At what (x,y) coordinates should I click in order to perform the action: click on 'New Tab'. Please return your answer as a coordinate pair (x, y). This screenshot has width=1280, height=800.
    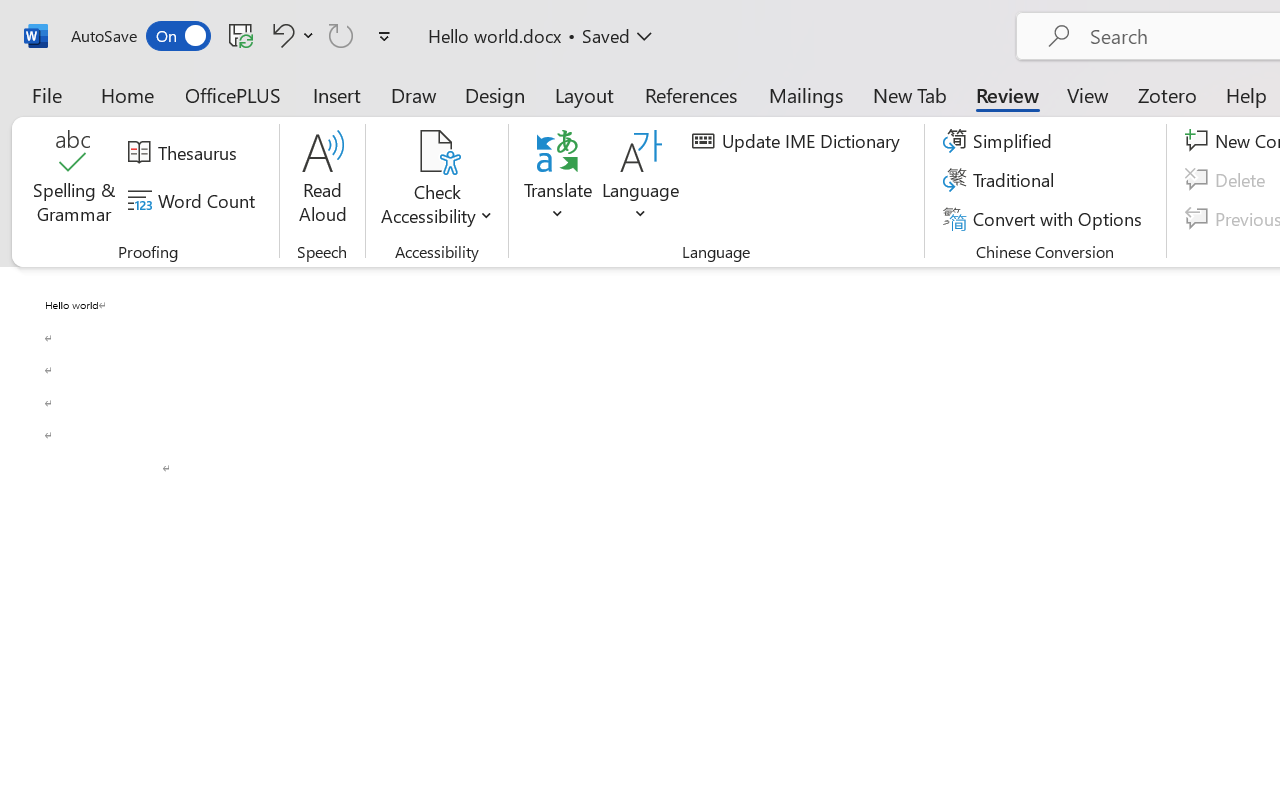
    Looking at the image, I should click on (909, 94).